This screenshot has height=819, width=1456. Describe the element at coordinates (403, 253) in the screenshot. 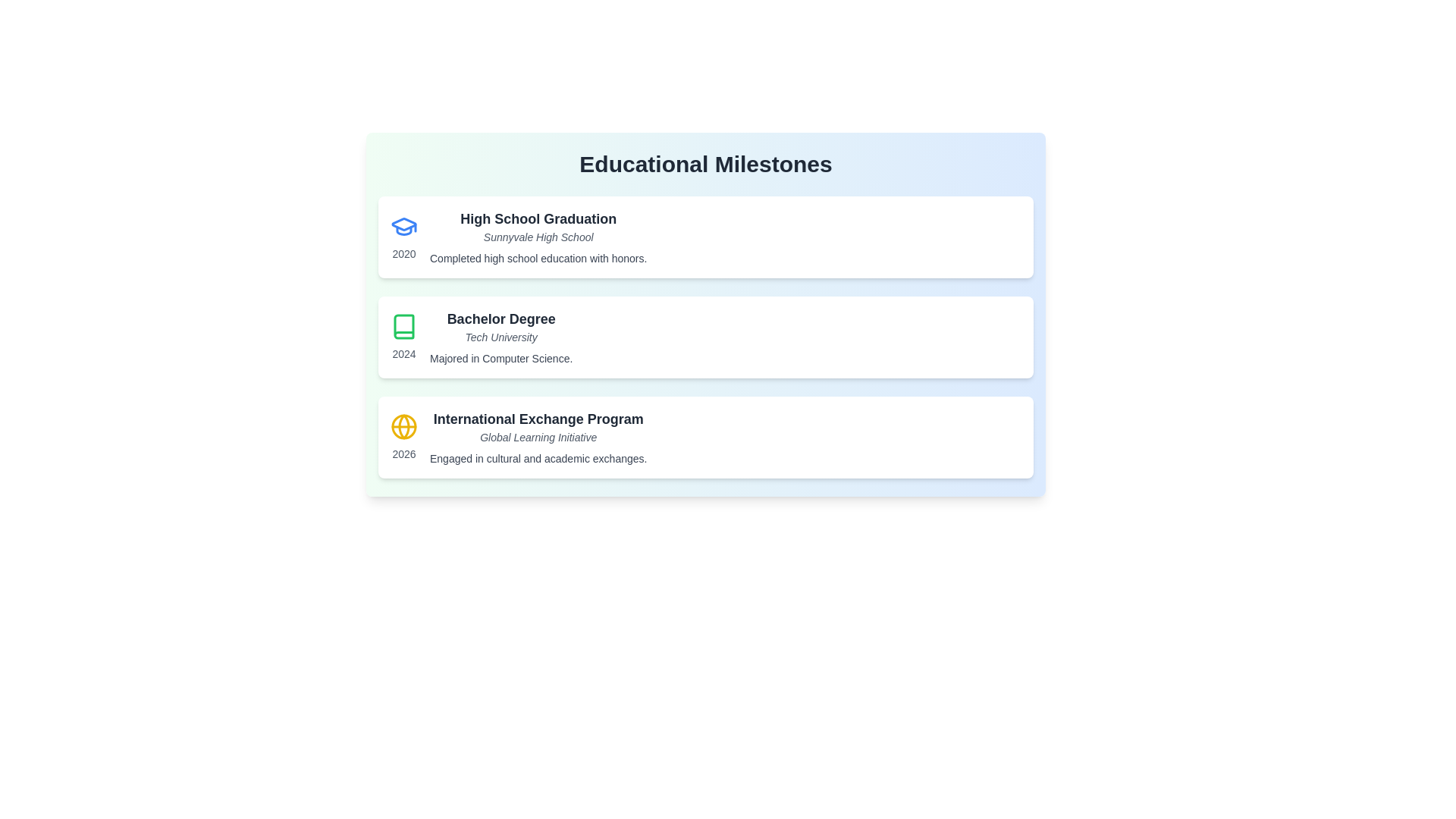

I see `the text label indicating the year for the milestone entry, which is located beneath a graduation cap icon and above the milestone description` at that location.